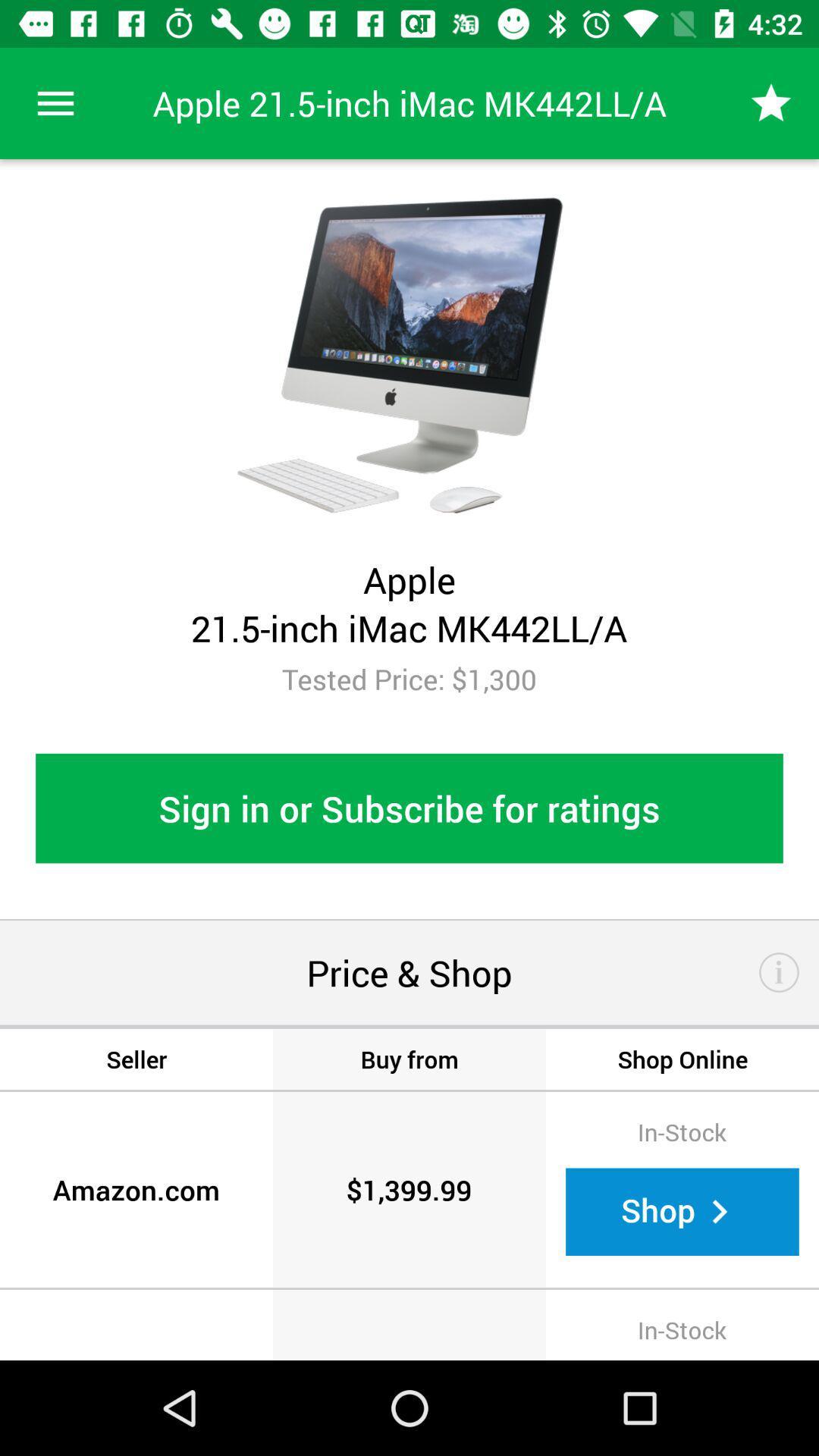 This screenshot has width=819, height=1456. What do you see at coordinates (779, 972) in the screenshot?
I see `more information on product` at bounding box center [779, 972].